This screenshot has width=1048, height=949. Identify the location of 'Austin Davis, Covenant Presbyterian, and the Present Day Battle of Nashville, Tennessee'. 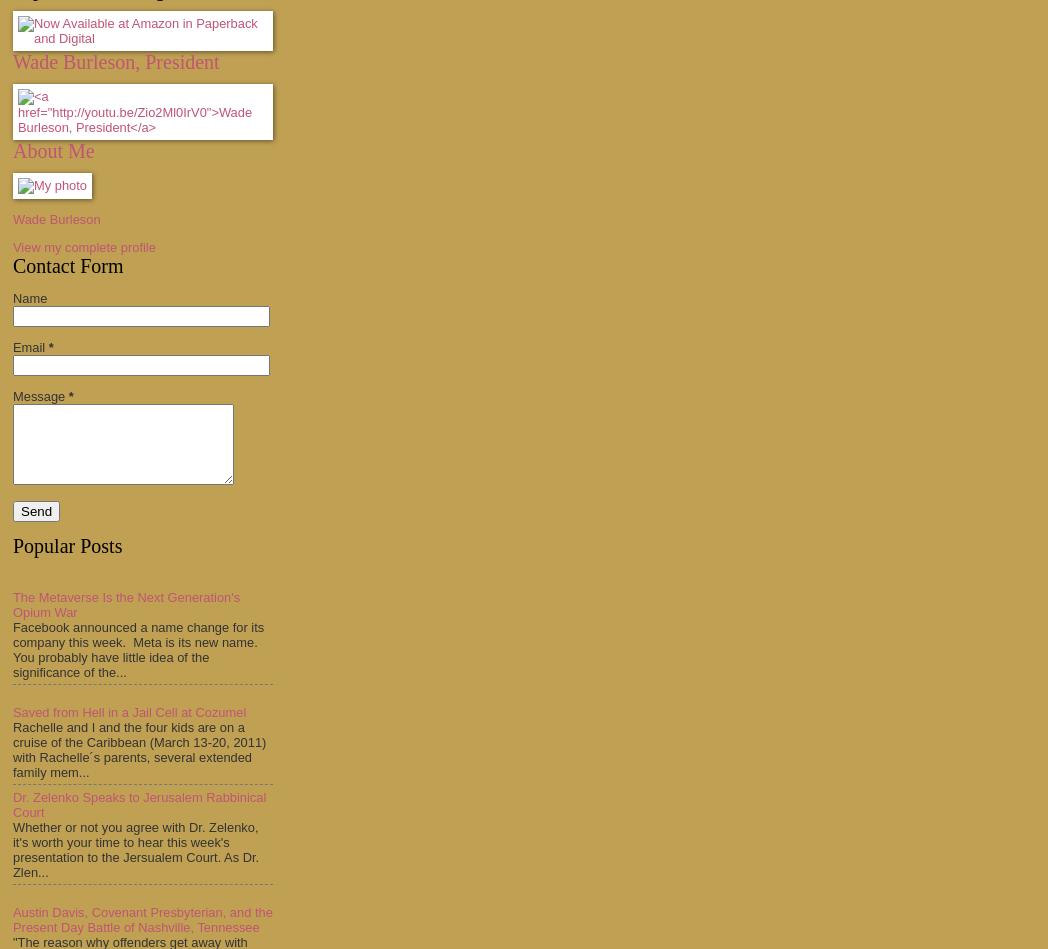
(11, 918).